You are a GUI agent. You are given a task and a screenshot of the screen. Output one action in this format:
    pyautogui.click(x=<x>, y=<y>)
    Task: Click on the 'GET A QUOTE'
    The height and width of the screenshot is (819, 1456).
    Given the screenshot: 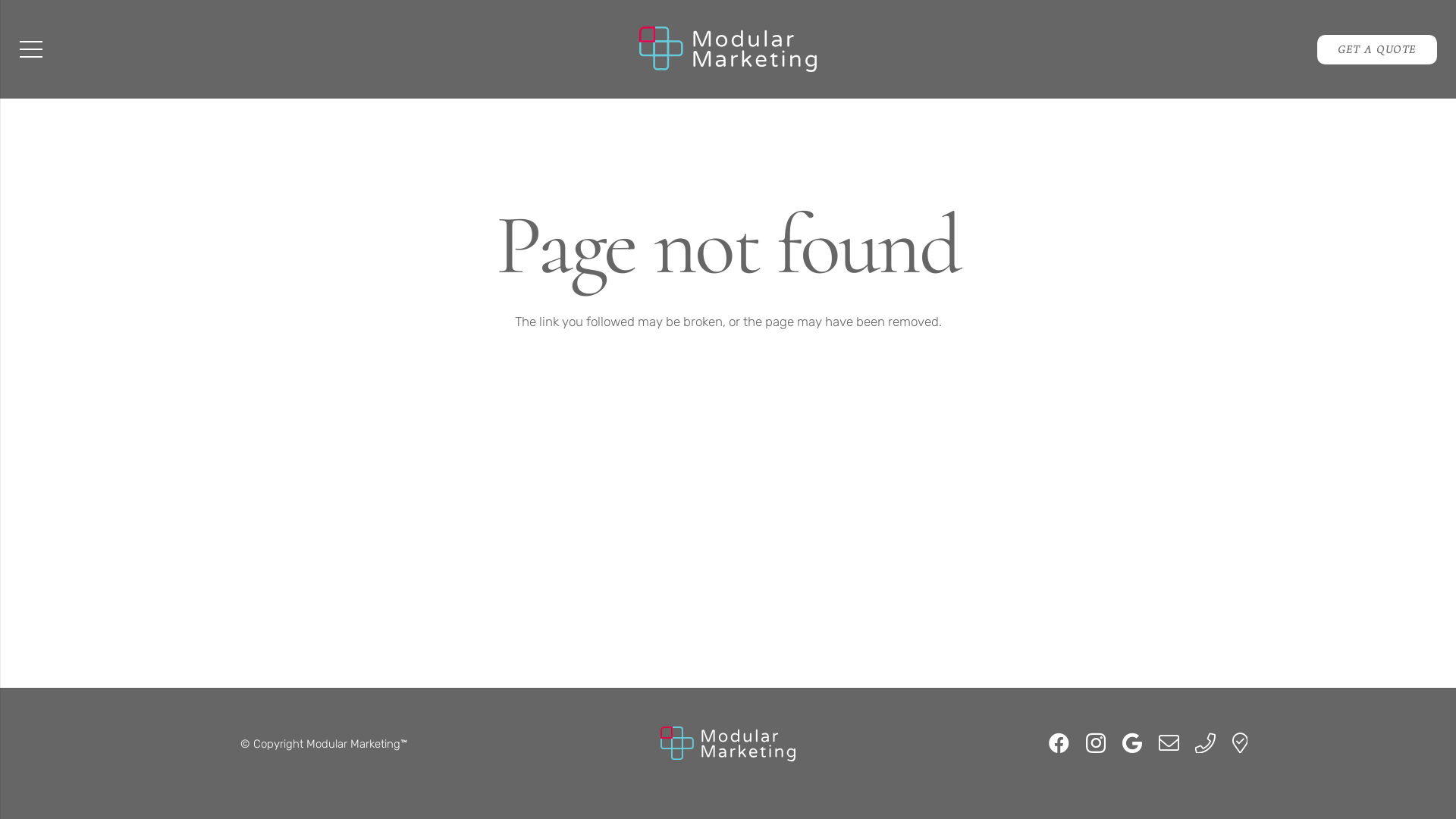 What is the action you would take?
    pyautogui.click(x=1376, y=49)
    